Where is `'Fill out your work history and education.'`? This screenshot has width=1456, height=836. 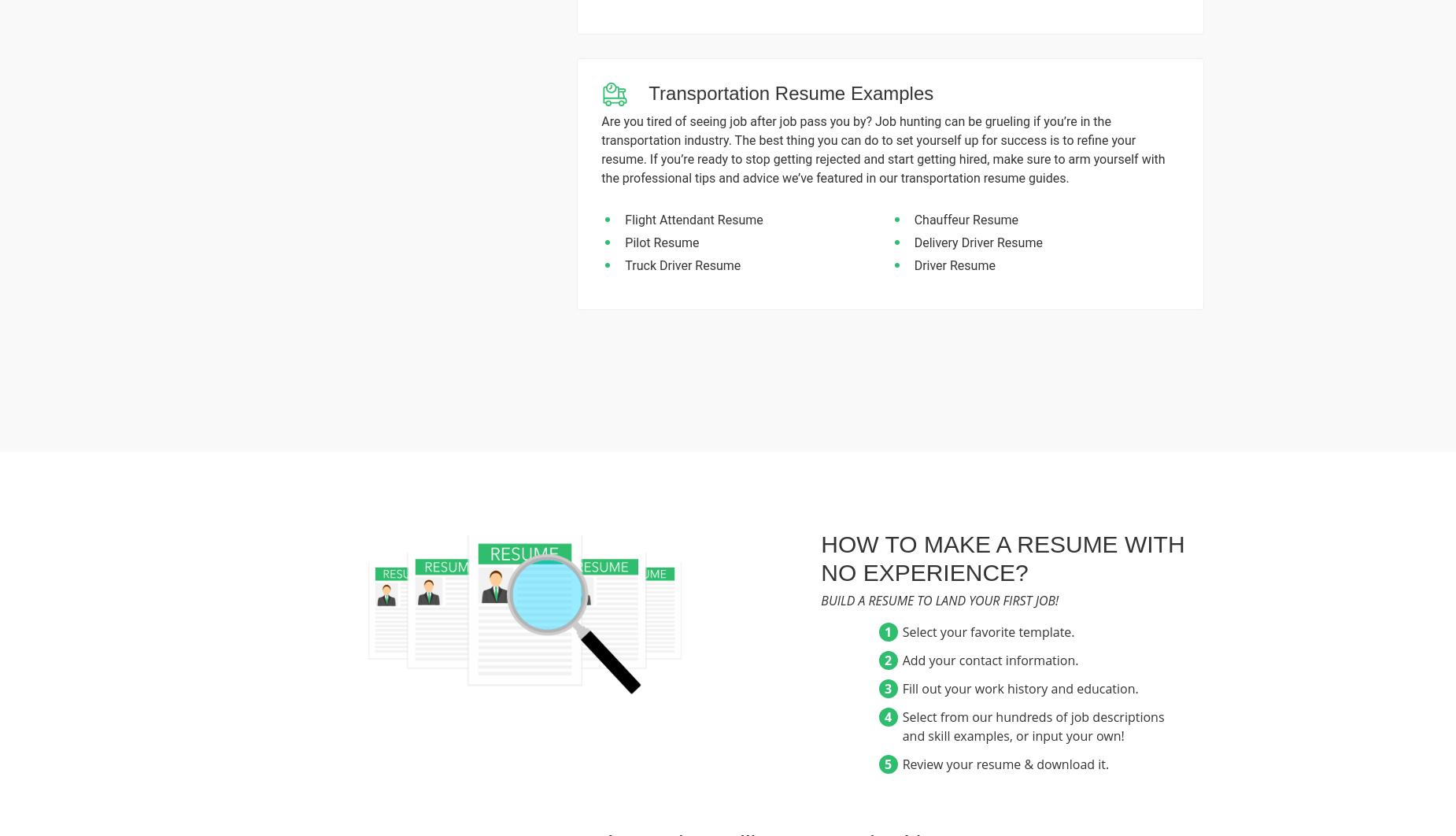
'Fill out your work history and education.' is located at coordinates (1018, 687).